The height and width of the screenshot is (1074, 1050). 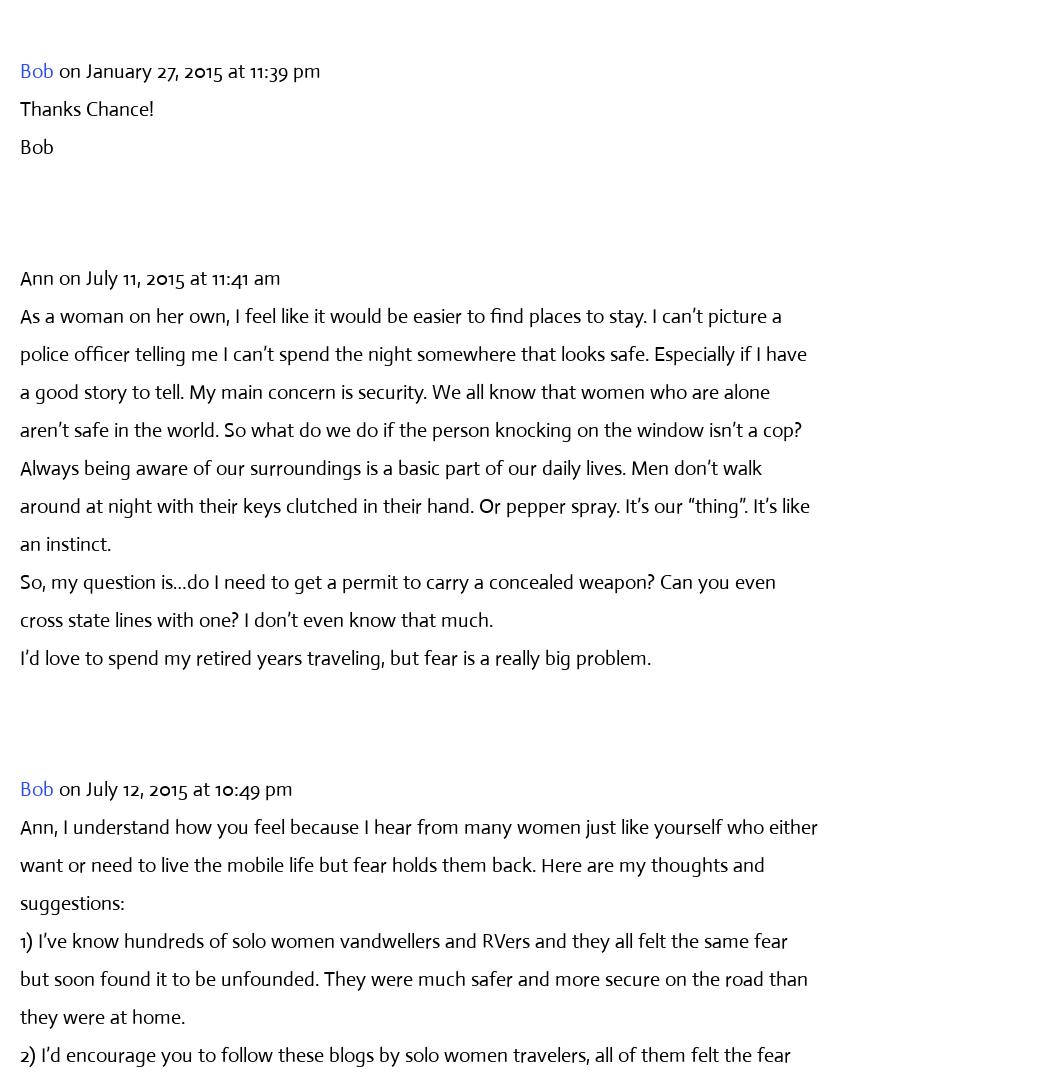 I want to click on 'Ann', so click(x=36, y=277).